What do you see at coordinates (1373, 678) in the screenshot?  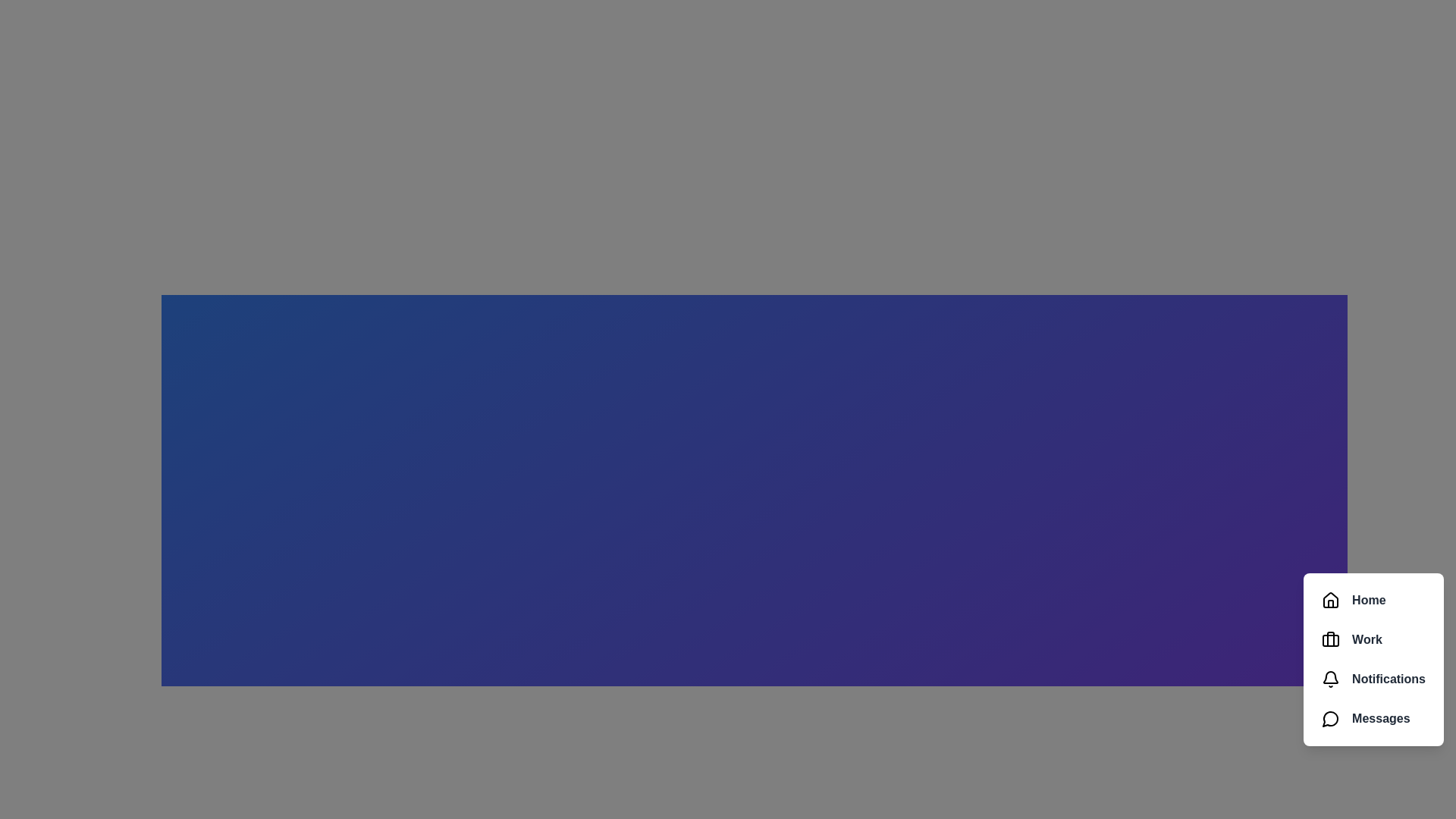 I see `the menu item labeled Notifications to observe visual feedback` at bounding box center [1373, 678].